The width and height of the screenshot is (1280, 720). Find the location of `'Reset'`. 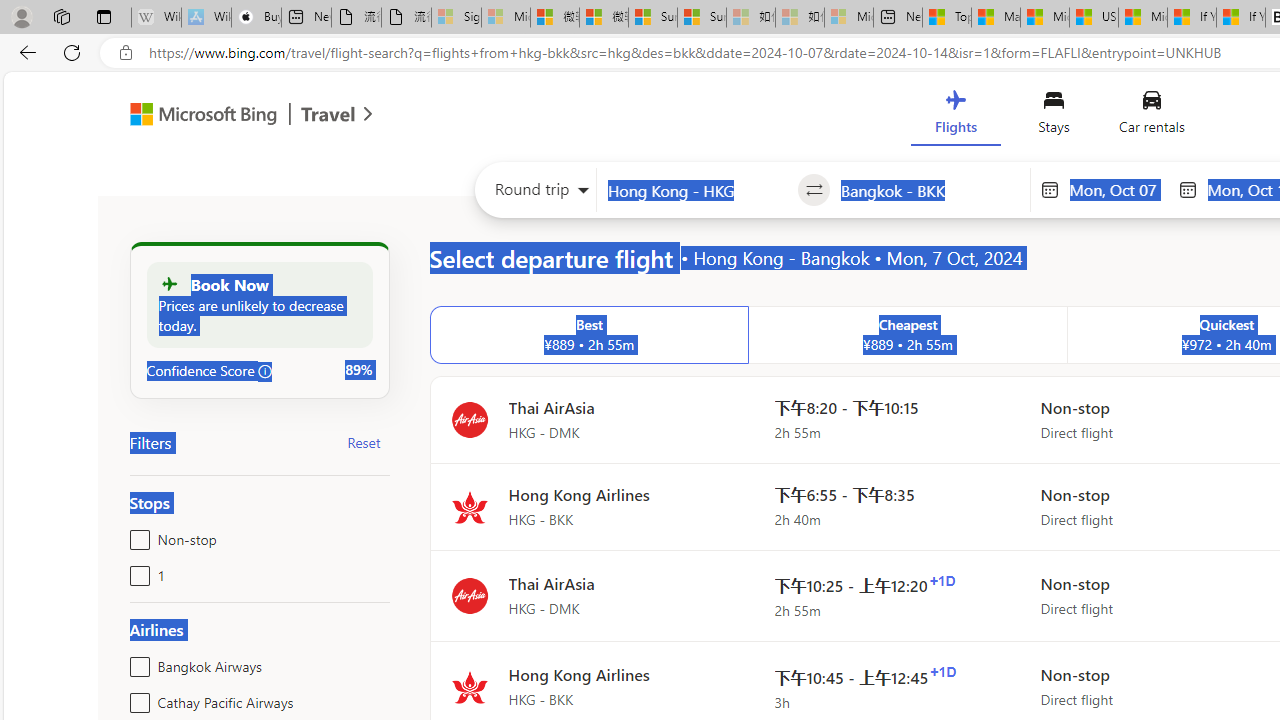

'Reset' is located at coordinates (364, 441).